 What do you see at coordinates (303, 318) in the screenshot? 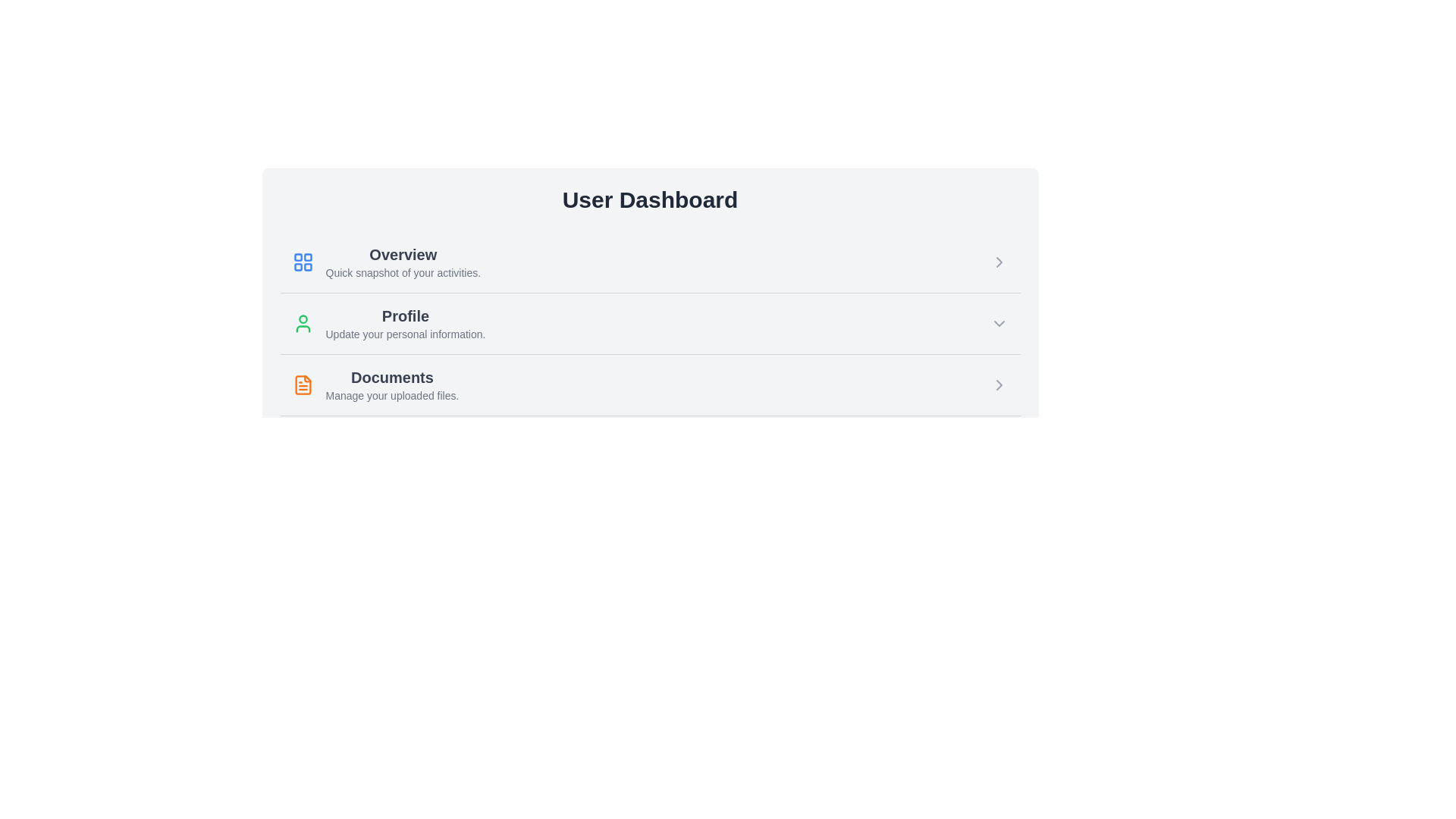
I see `the user's profile icon, which is a green circular icon representing the user's profile picture located in the profile row on the dashboard` at bounding box center [303, 318].